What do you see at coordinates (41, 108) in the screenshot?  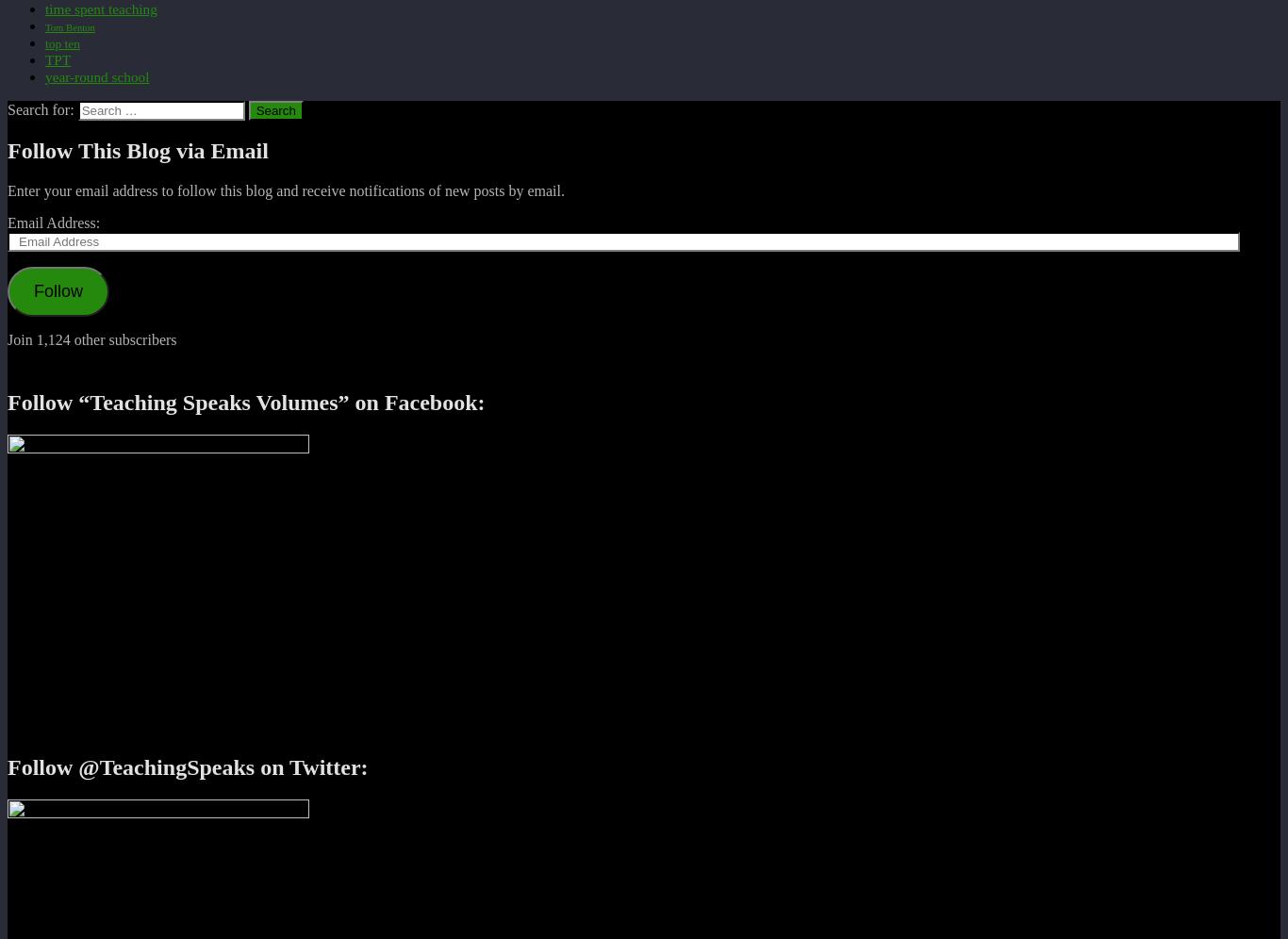 I see `'Search for:'` at bounding box center [41, 108].